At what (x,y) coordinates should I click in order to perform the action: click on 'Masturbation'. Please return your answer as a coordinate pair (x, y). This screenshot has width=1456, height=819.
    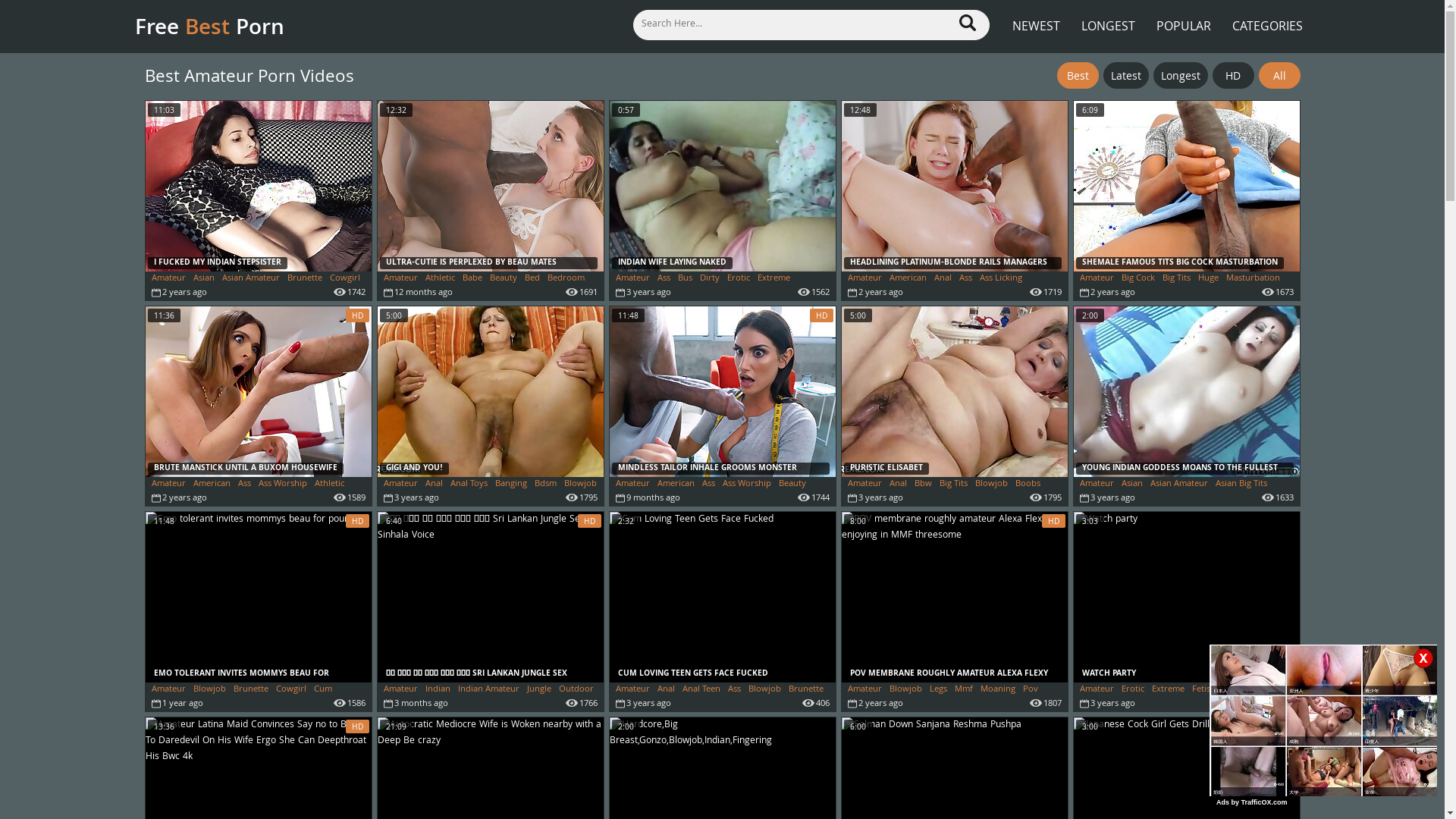
    Looking at the image, I should click on (1252, 278).